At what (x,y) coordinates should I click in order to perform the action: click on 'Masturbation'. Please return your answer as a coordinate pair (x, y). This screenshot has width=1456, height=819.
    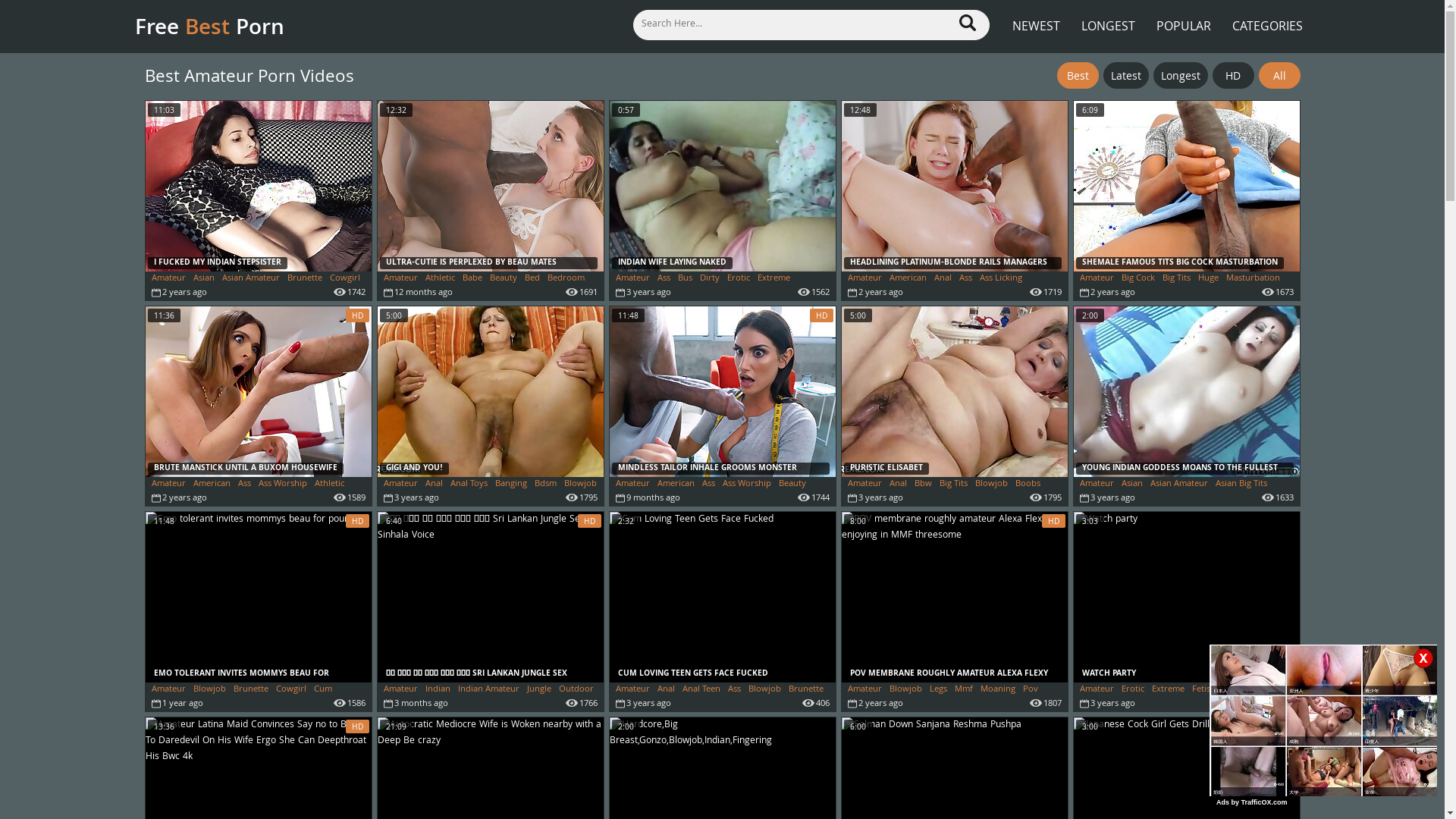
    Looking at the image, I should click on (1252, 278).